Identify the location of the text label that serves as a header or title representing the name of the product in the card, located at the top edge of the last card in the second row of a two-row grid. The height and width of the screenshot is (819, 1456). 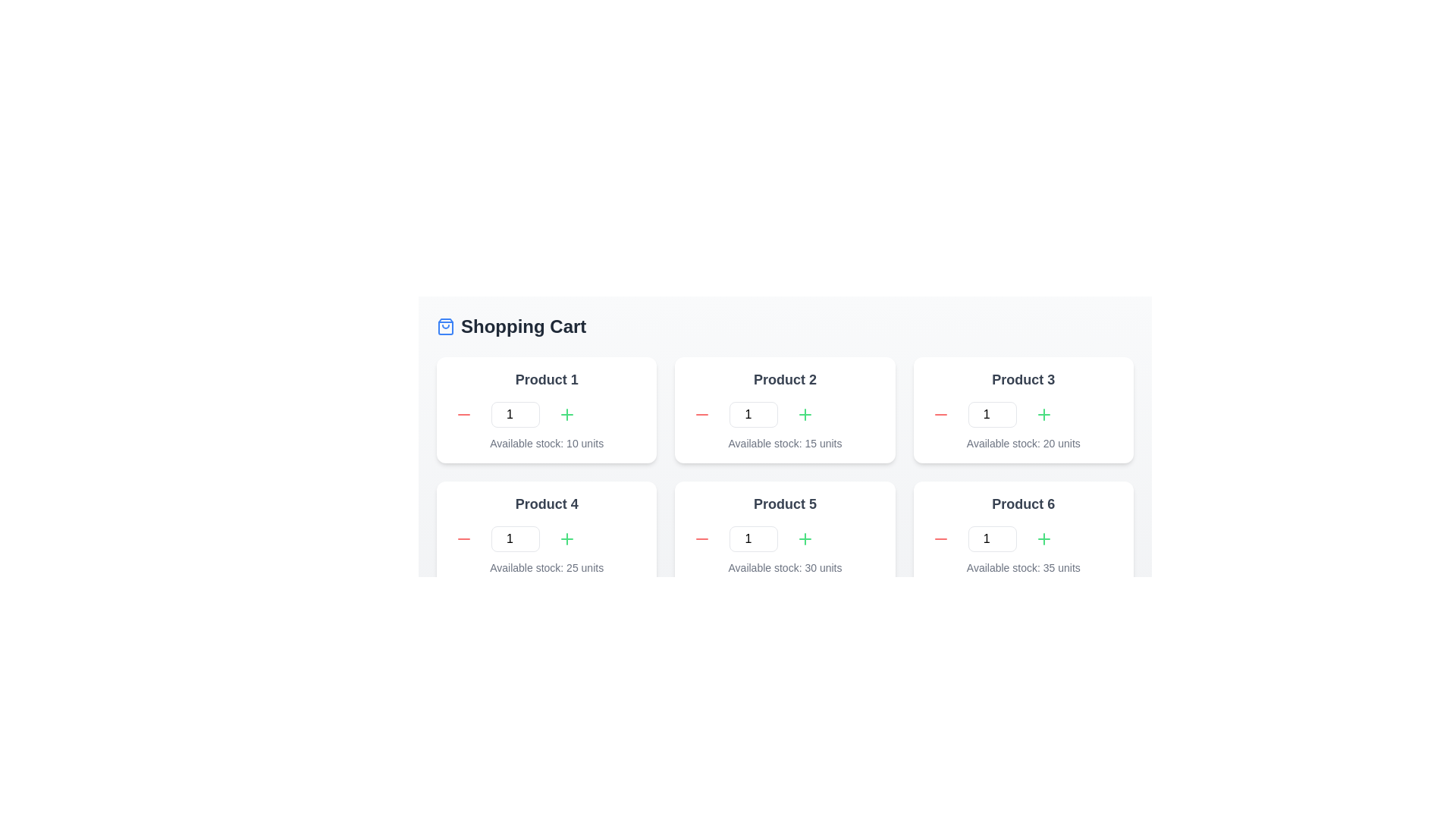
(1023, 504).